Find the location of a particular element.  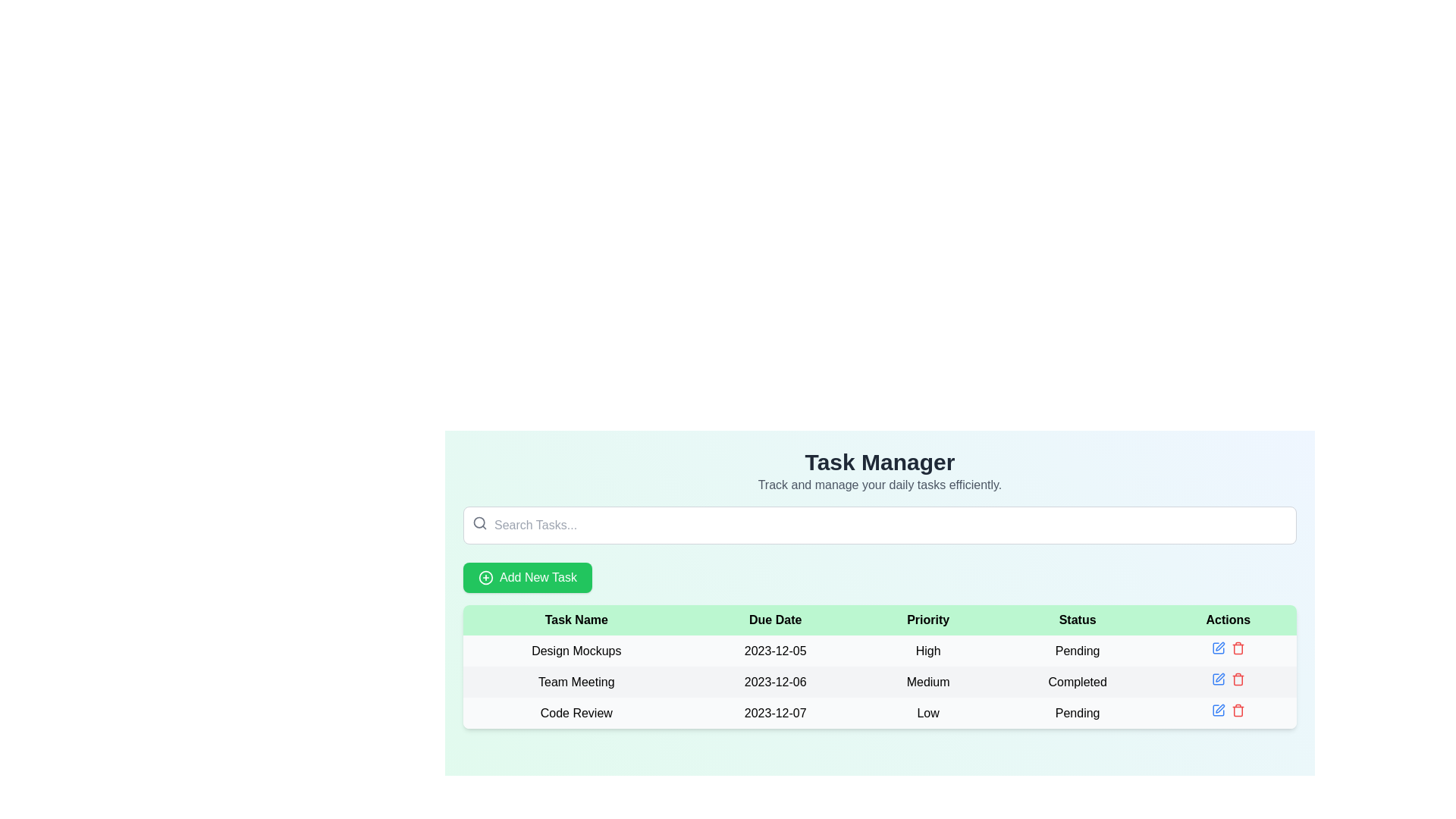

the text label displaying 'Team Meeting', which is the first cell in the second row of the task table, under the 'Task Name' header and following the 'Design Mockups' row is located at coordinates (576, 681).